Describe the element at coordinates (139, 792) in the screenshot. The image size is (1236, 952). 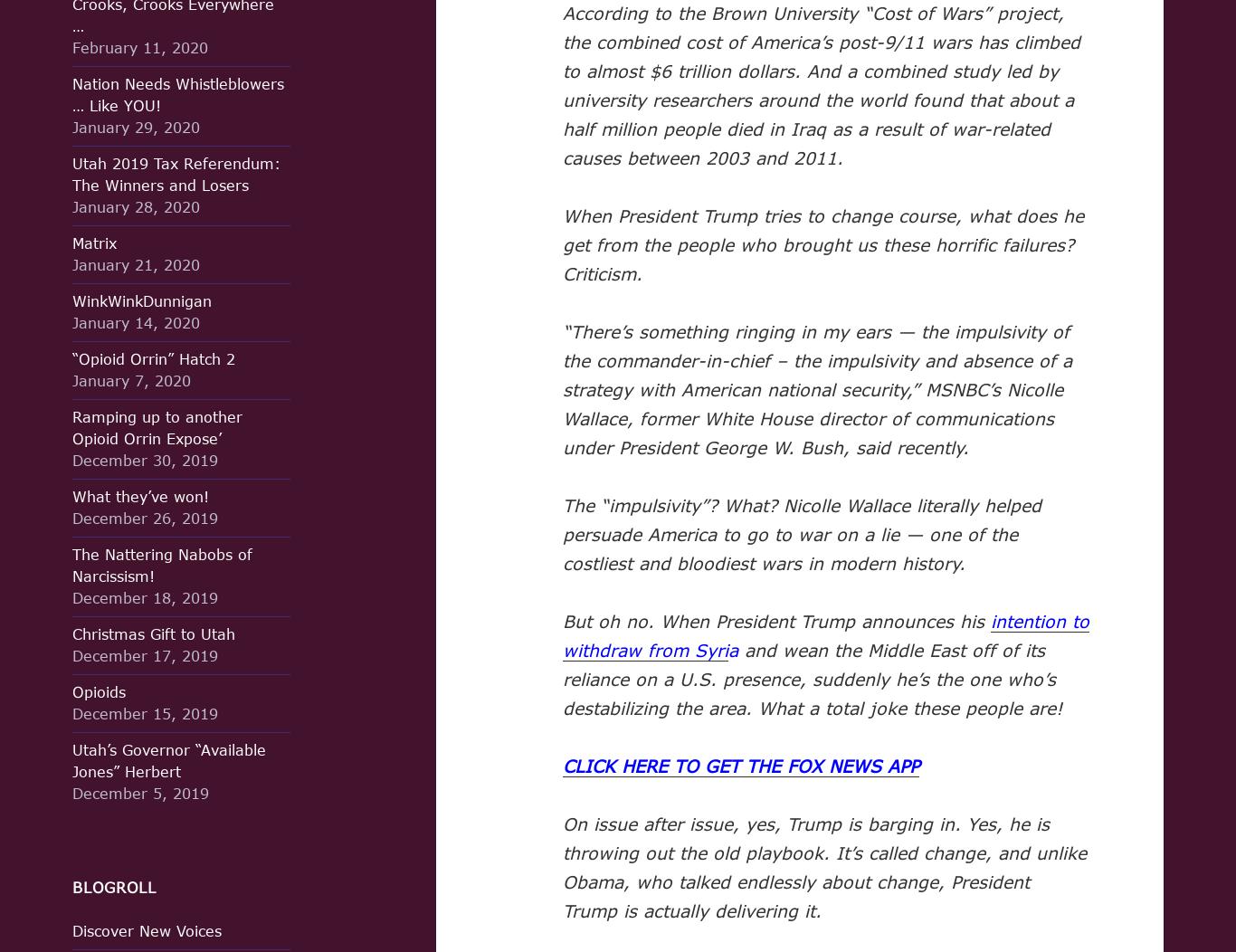
I see `'December 5, 2019'` at that location.